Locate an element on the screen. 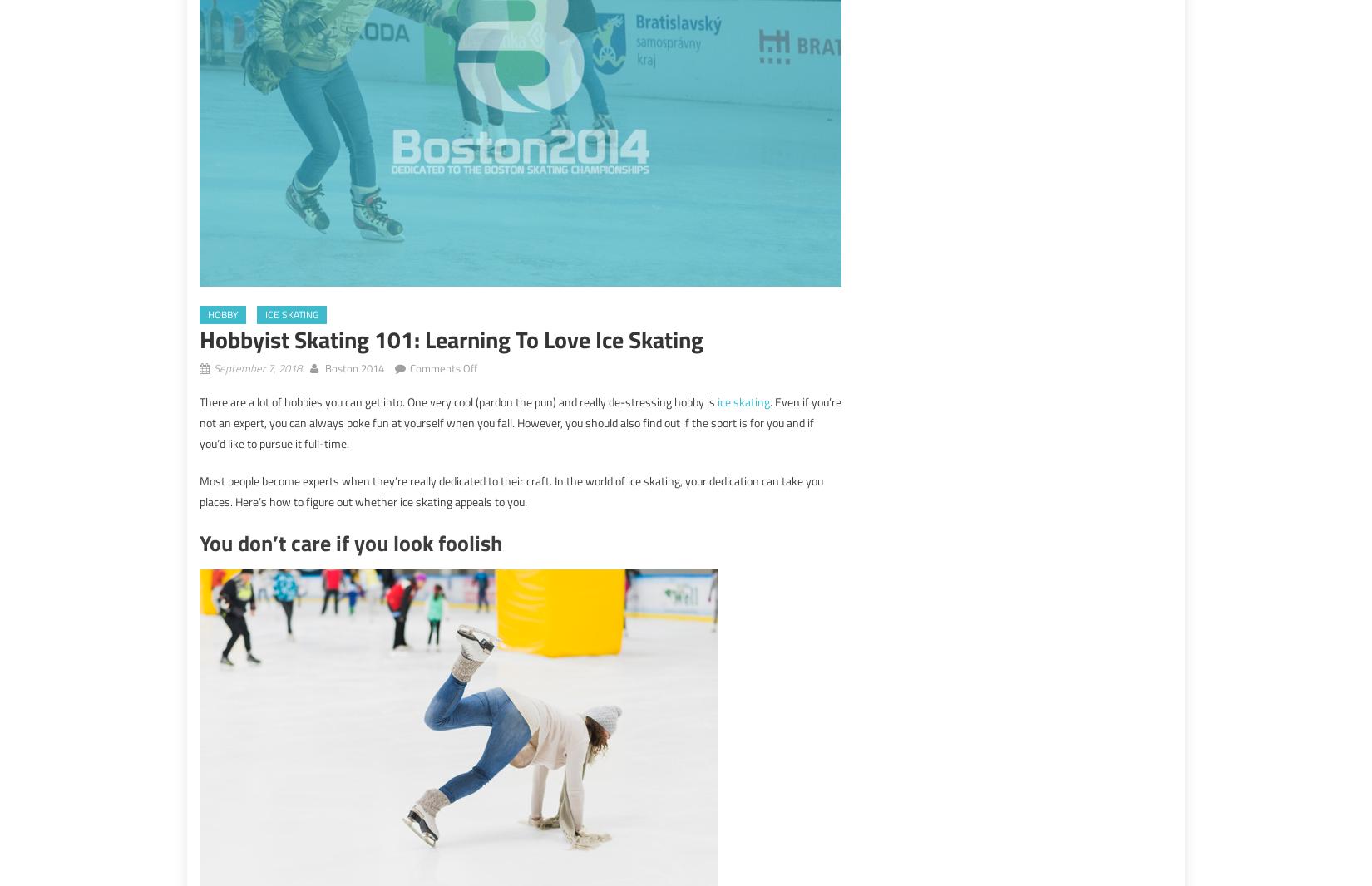 The width and height of the screenshot is (1372, 886). 'on Hobbyist Skating 101: Learning to Love Ice Skating' is located at coordinates (600, 367).